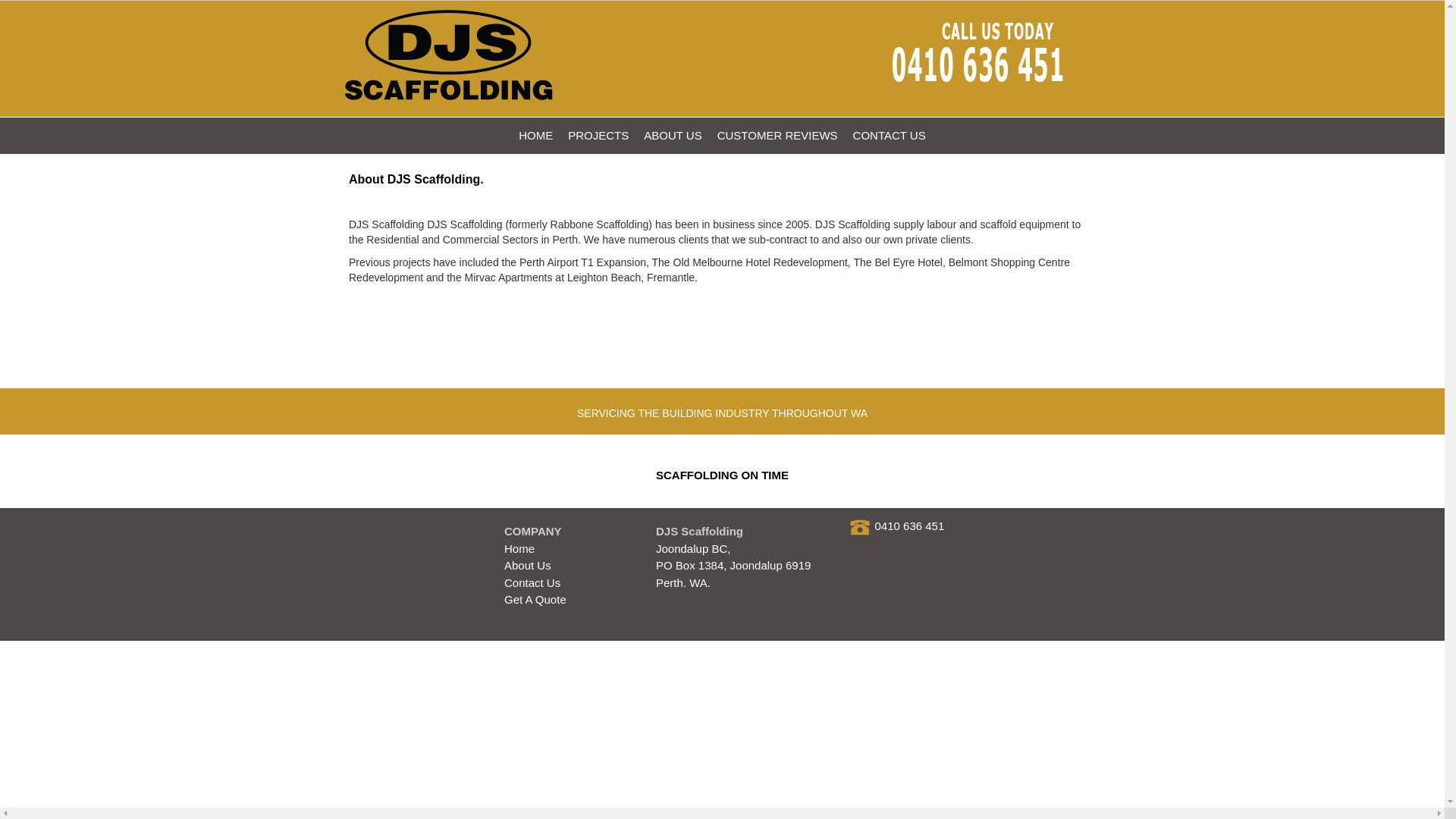 The height and width of the screenshot is (819, 1456). What do you see at coordinates (535, 598) in the screenshot?
I see `'Get A Quote'` at bounding box center [535, 598].